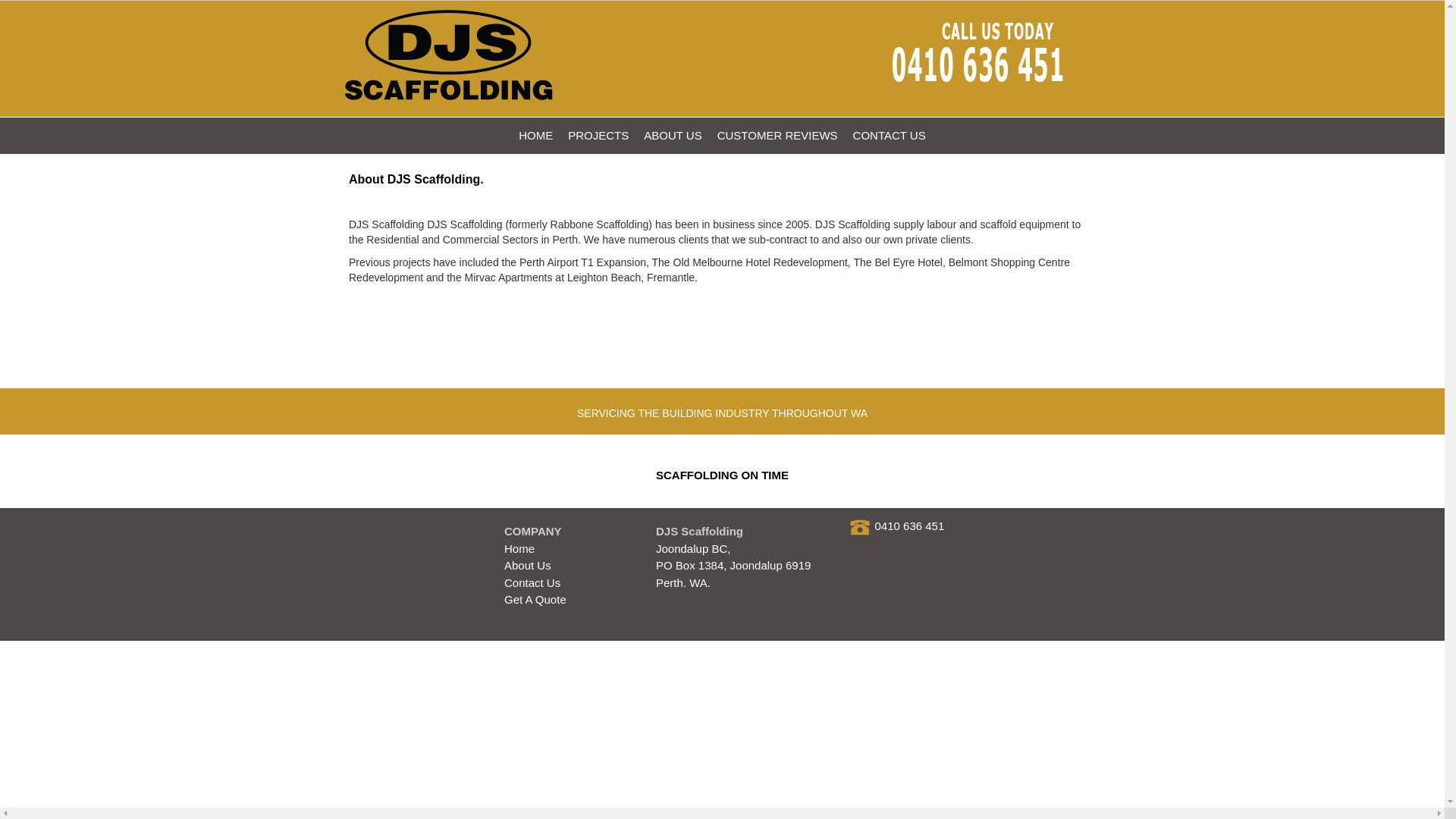 The height and width of the screenshot is (819, 1456). What do you see at coordinates (535, 598) in the screenshot?
I see `'Get A Quote'` at bounding box center [535, 598].